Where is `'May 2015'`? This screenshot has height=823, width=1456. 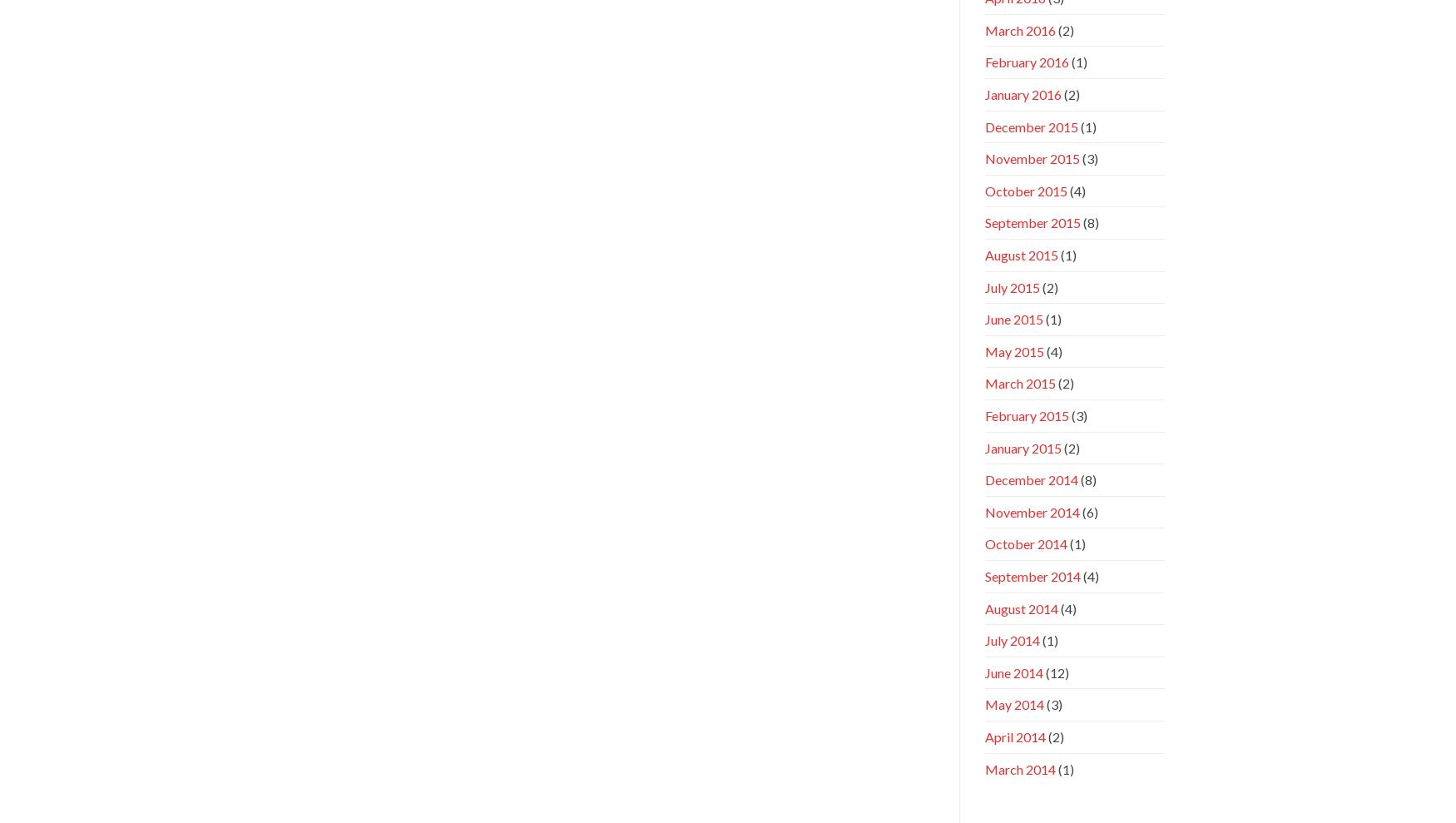 'May 2015' is located at coordinates (1013, 350).